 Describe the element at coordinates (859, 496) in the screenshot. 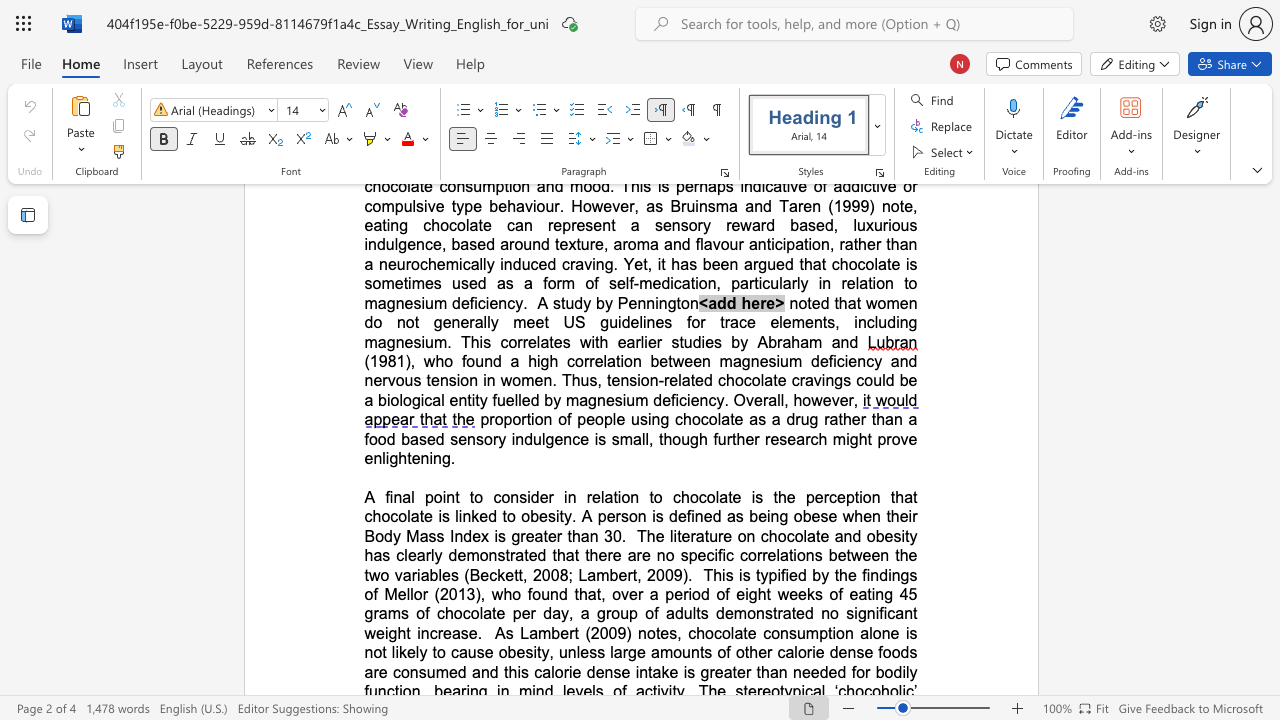

I see `the subset text "io" within the text "perception"` at that location.